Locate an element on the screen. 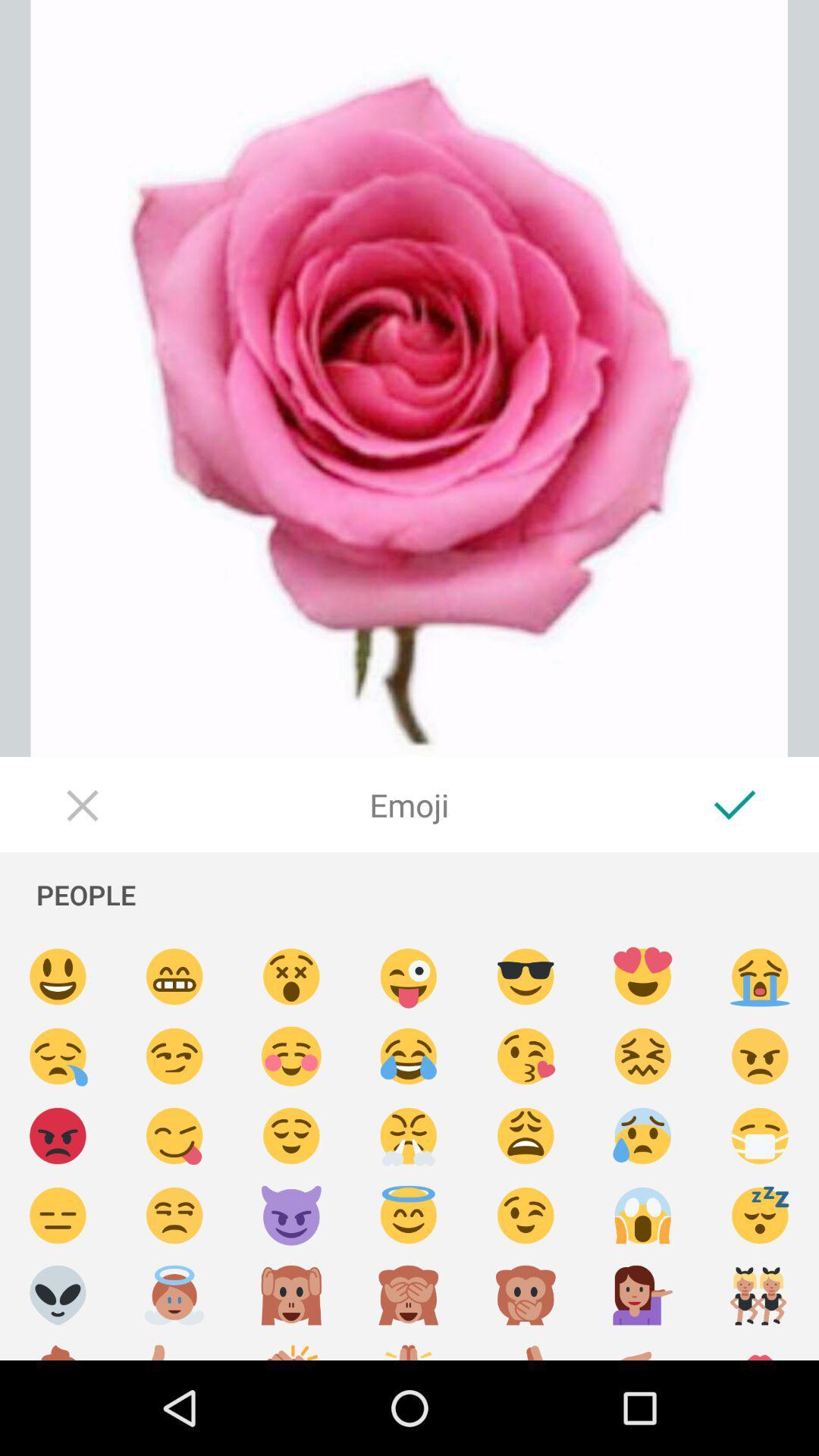  emoji is located at coordinates (760, 1056).